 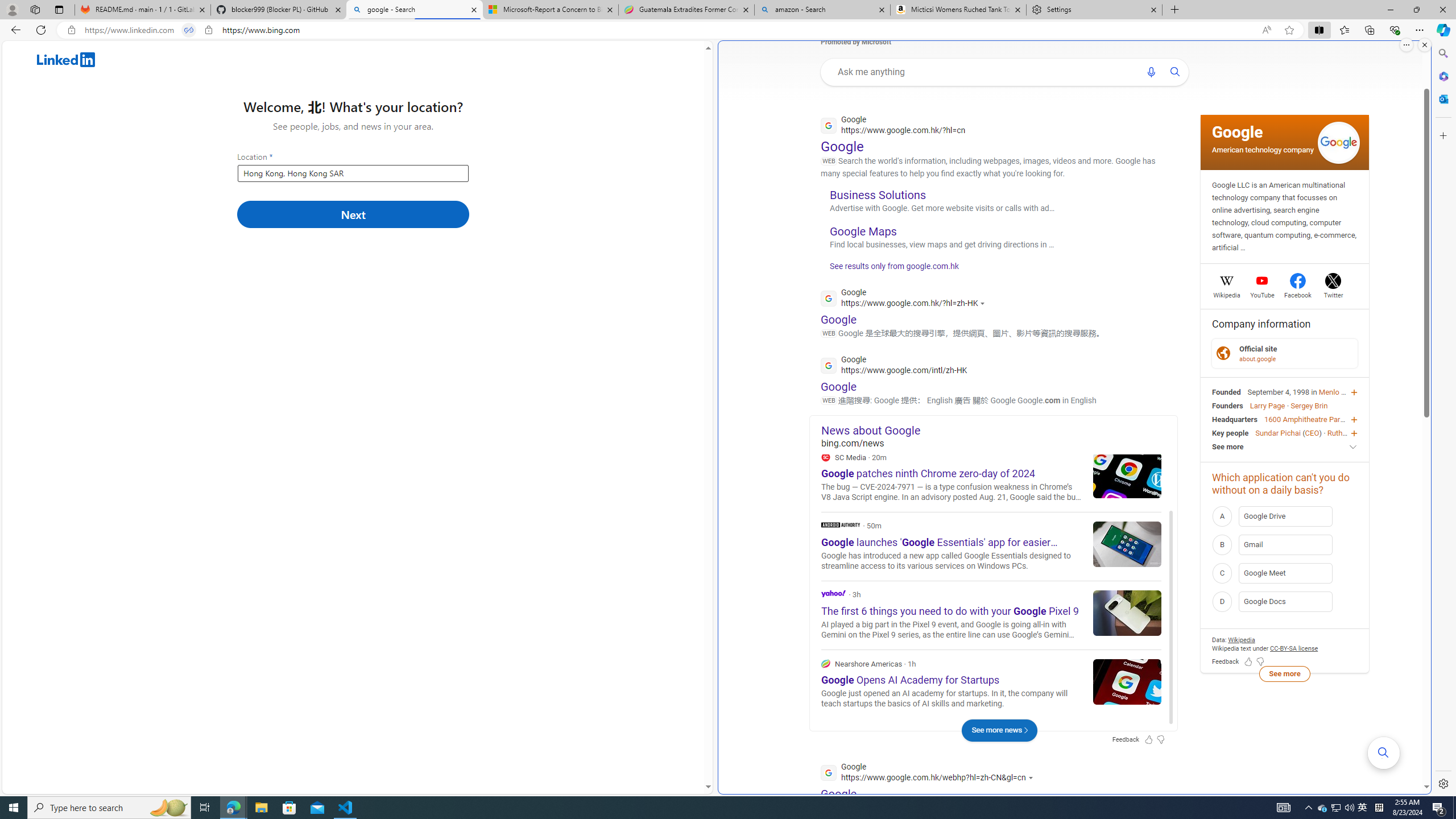 I want to click on 'Facebook', so click(x=1298, y=293).